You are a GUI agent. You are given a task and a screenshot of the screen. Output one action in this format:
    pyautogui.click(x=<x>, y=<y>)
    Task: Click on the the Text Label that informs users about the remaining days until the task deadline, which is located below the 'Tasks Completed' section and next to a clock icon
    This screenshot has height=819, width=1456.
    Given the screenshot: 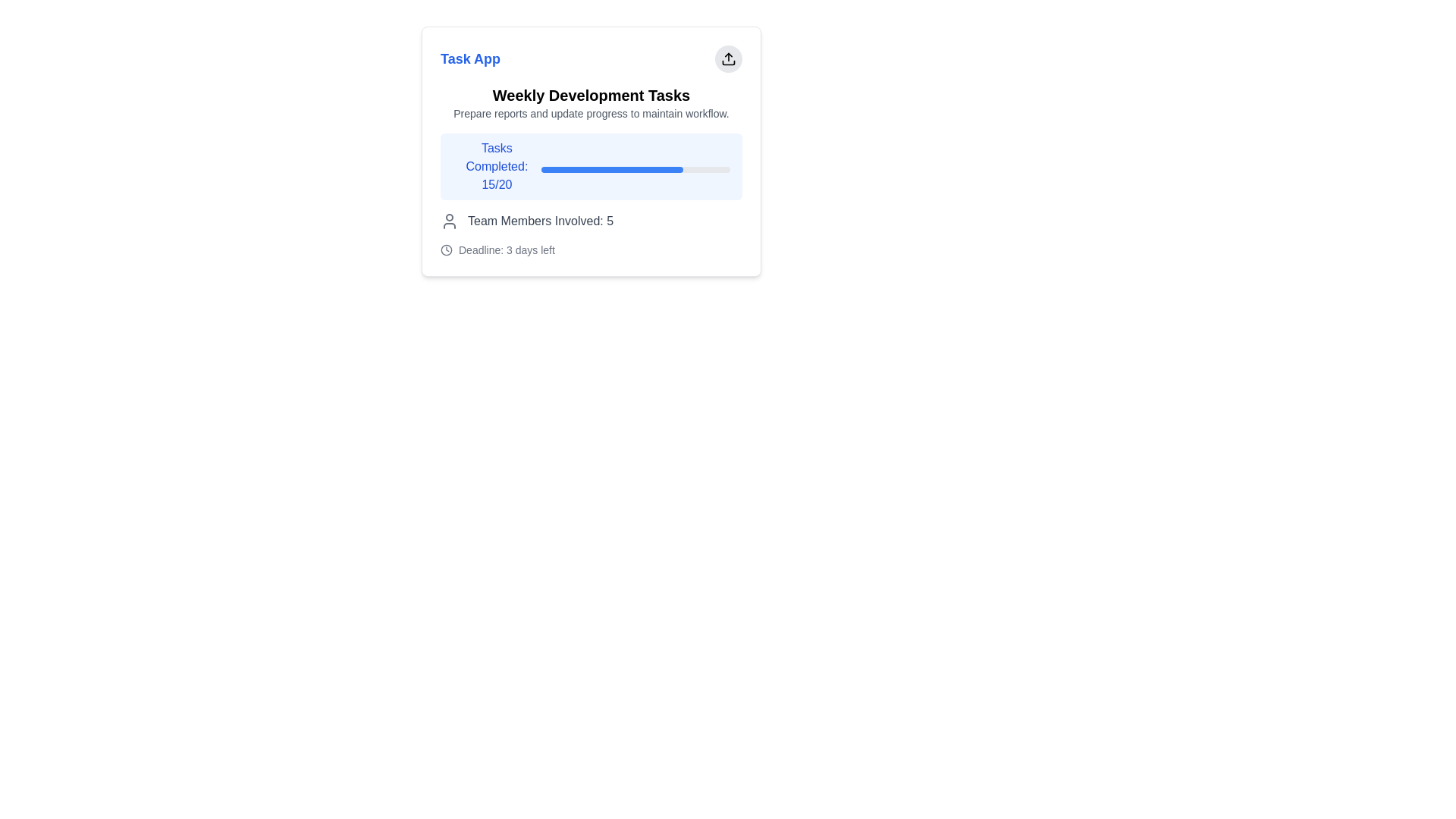 What is the action you would take?
    pyautogui.click(x=507, y=249)
    